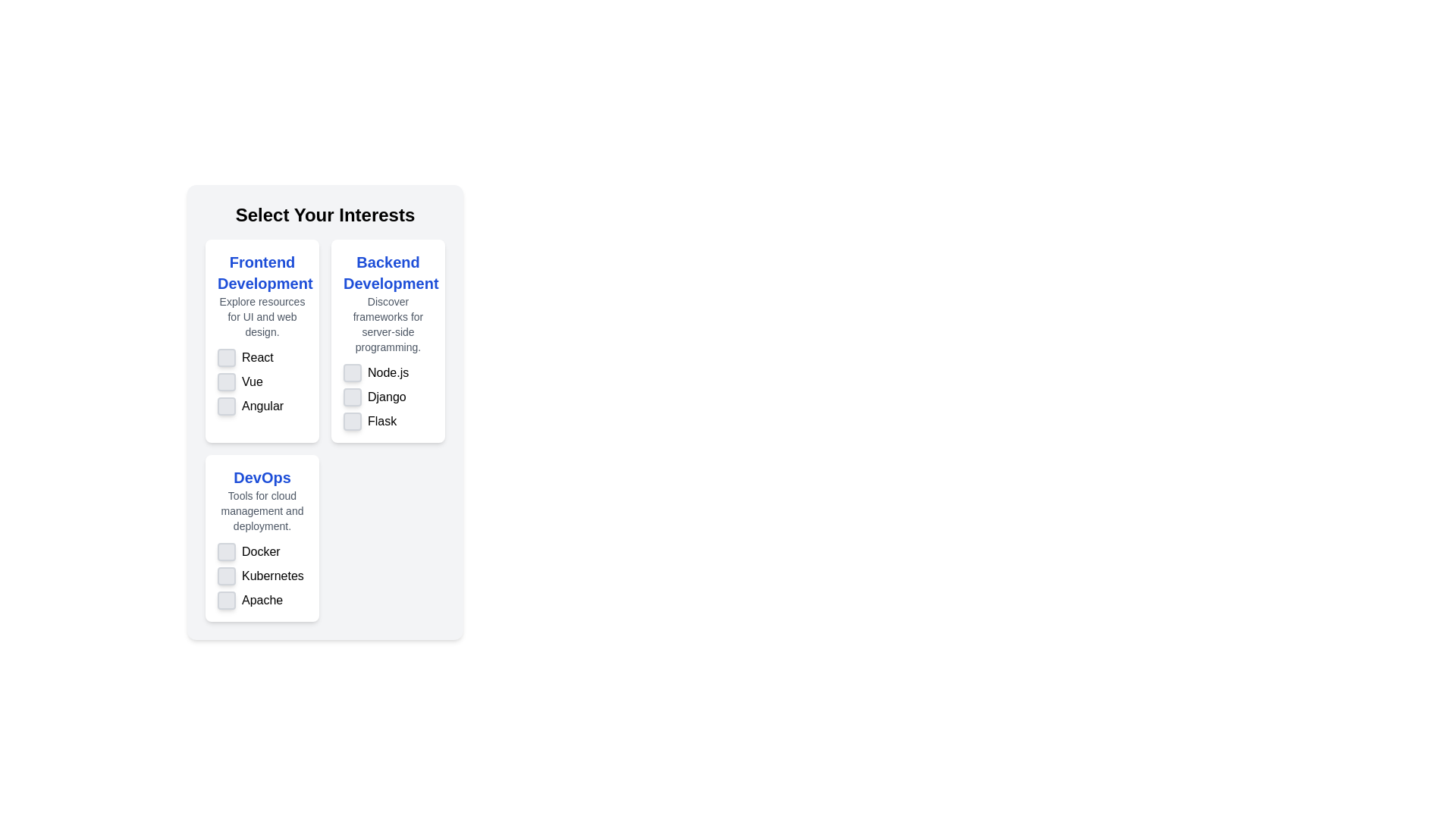 Image resolution: width=1456 pixels, height=819 pixels. Describe the element at coordinates (352, 421) in the screenshot. I see `the checkbox for 'Flask' in the 'Backend Development' section` at that location.